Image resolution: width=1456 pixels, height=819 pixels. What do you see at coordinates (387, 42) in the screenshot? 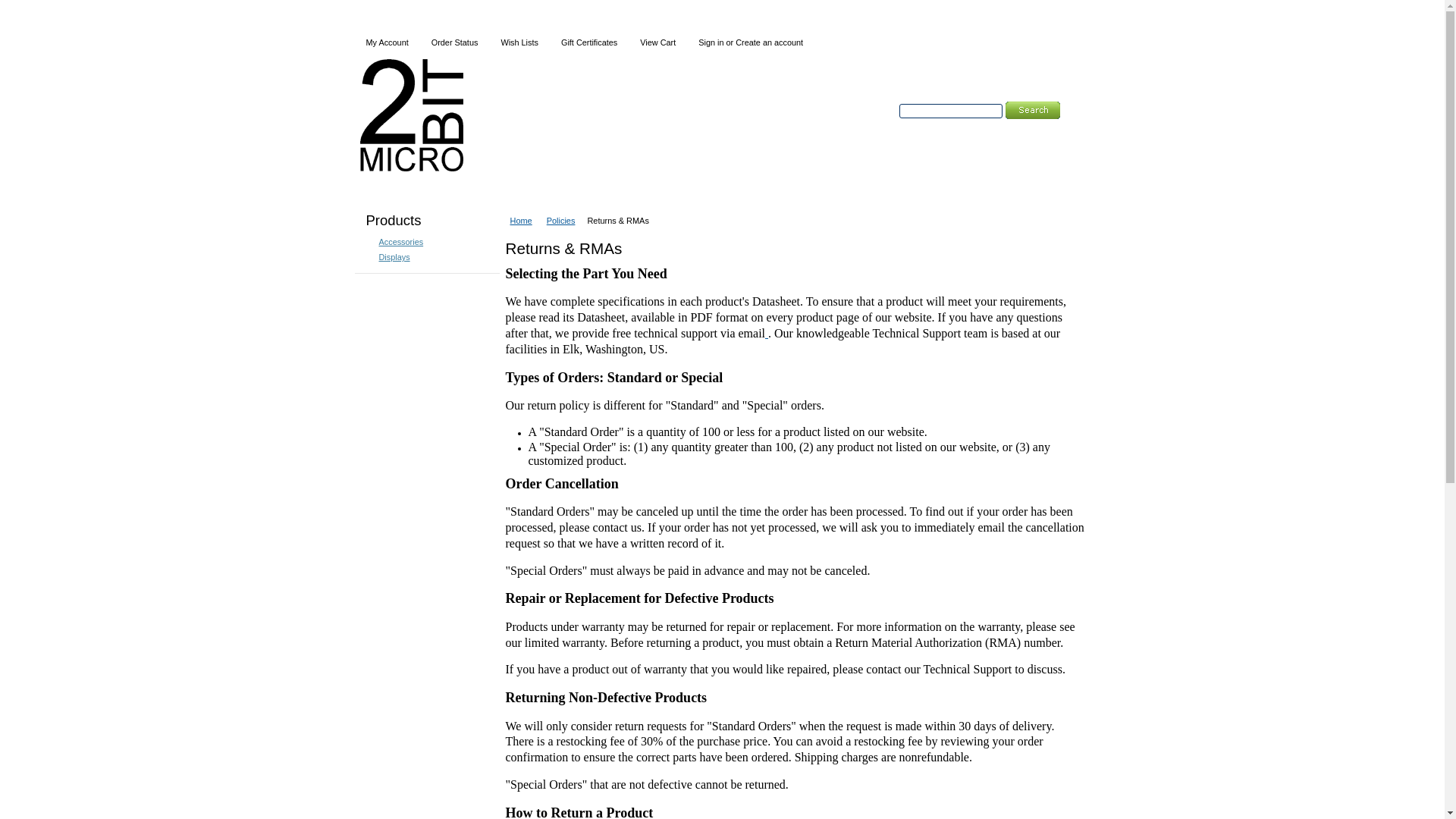
I see `'My Account'` at bounding box center [387, 42].